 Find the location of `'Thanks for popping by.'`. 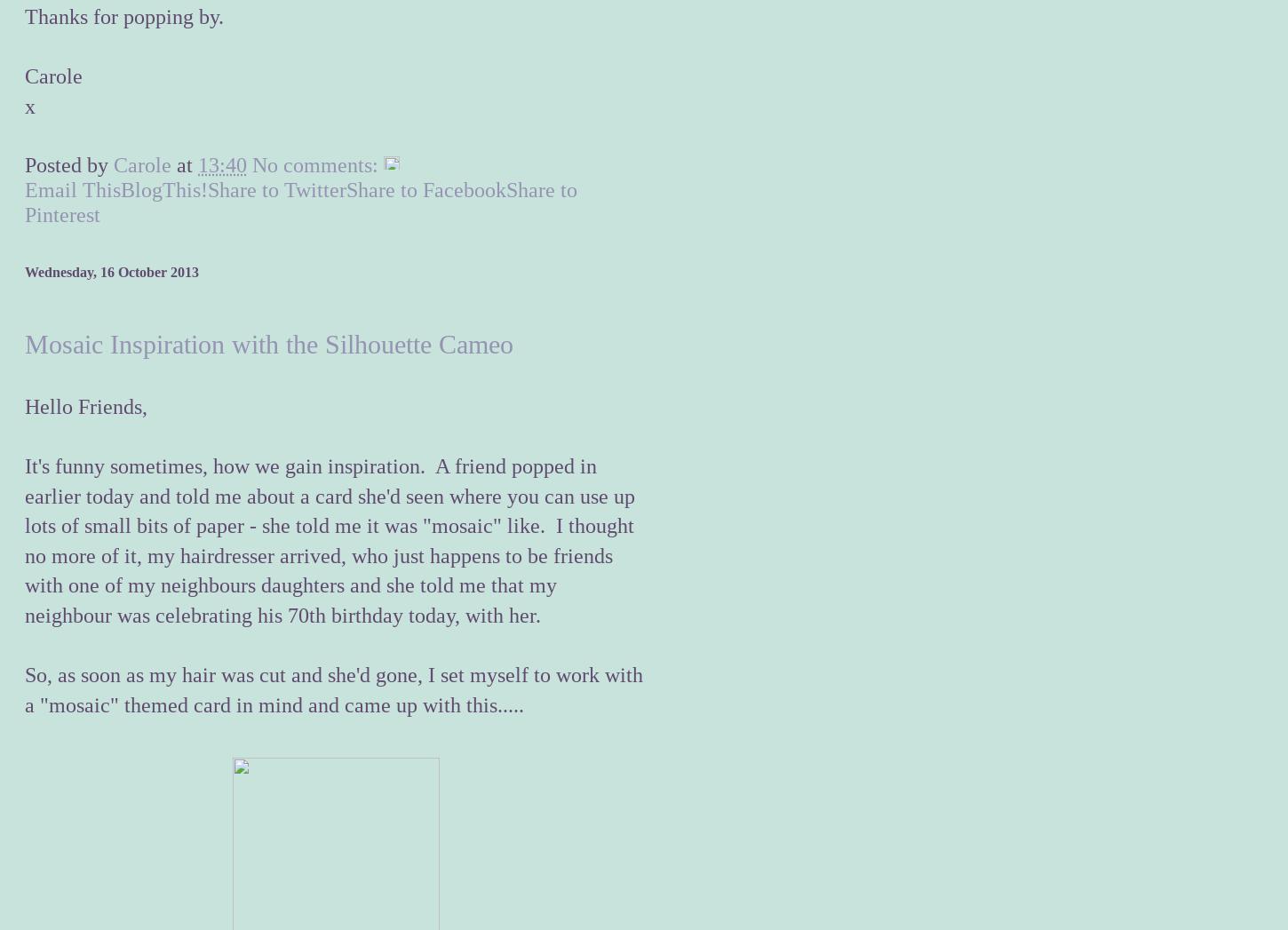

'Thanks for popping by.' is located at coordinates (123, 15).